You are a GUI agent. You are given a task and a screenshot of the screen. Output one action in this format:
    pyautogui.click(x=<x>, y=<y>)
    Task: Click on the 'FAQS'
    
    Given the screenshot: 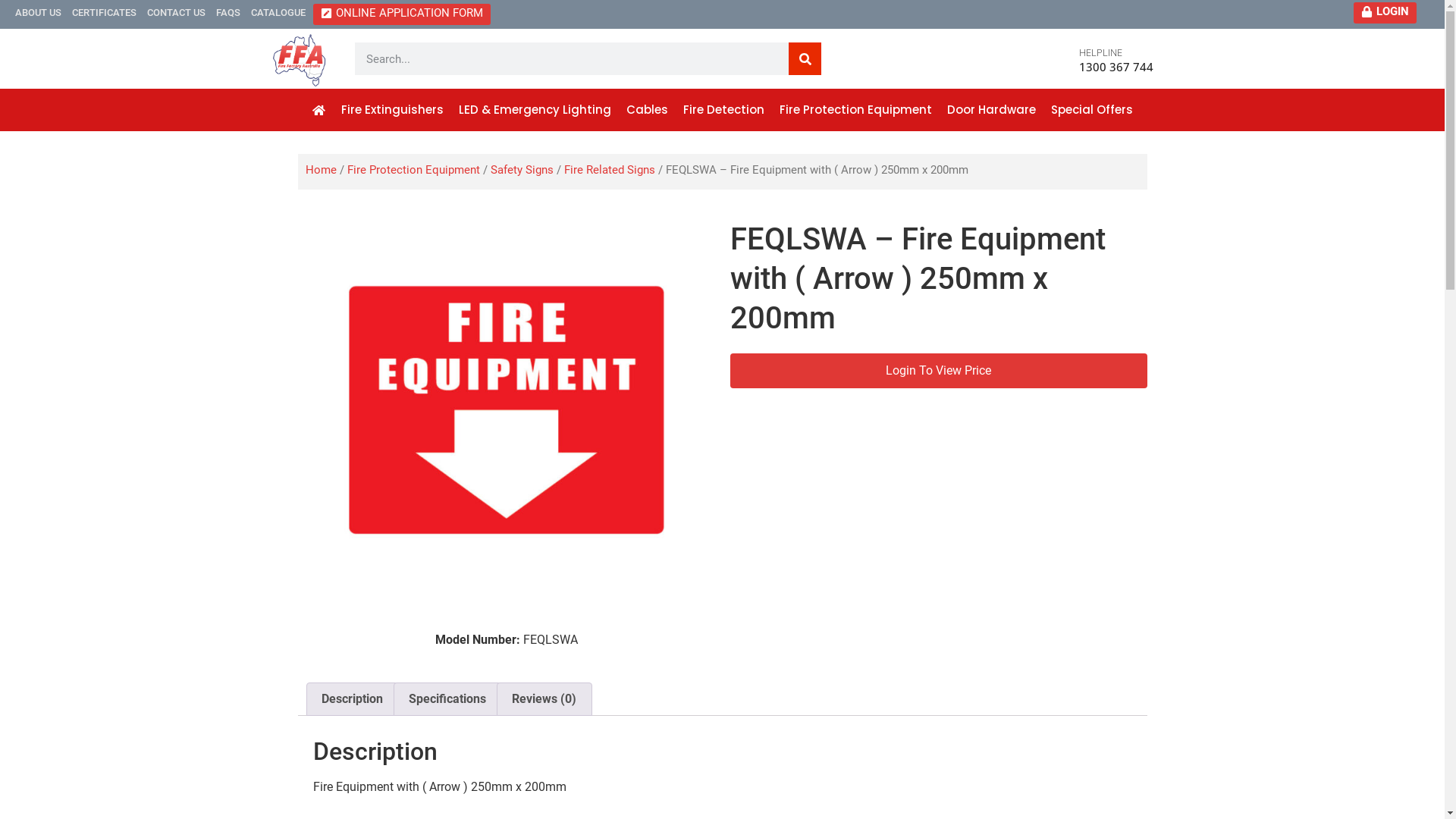 What is the action you would take?
    pyautogui.click(x=215, y=11)
    